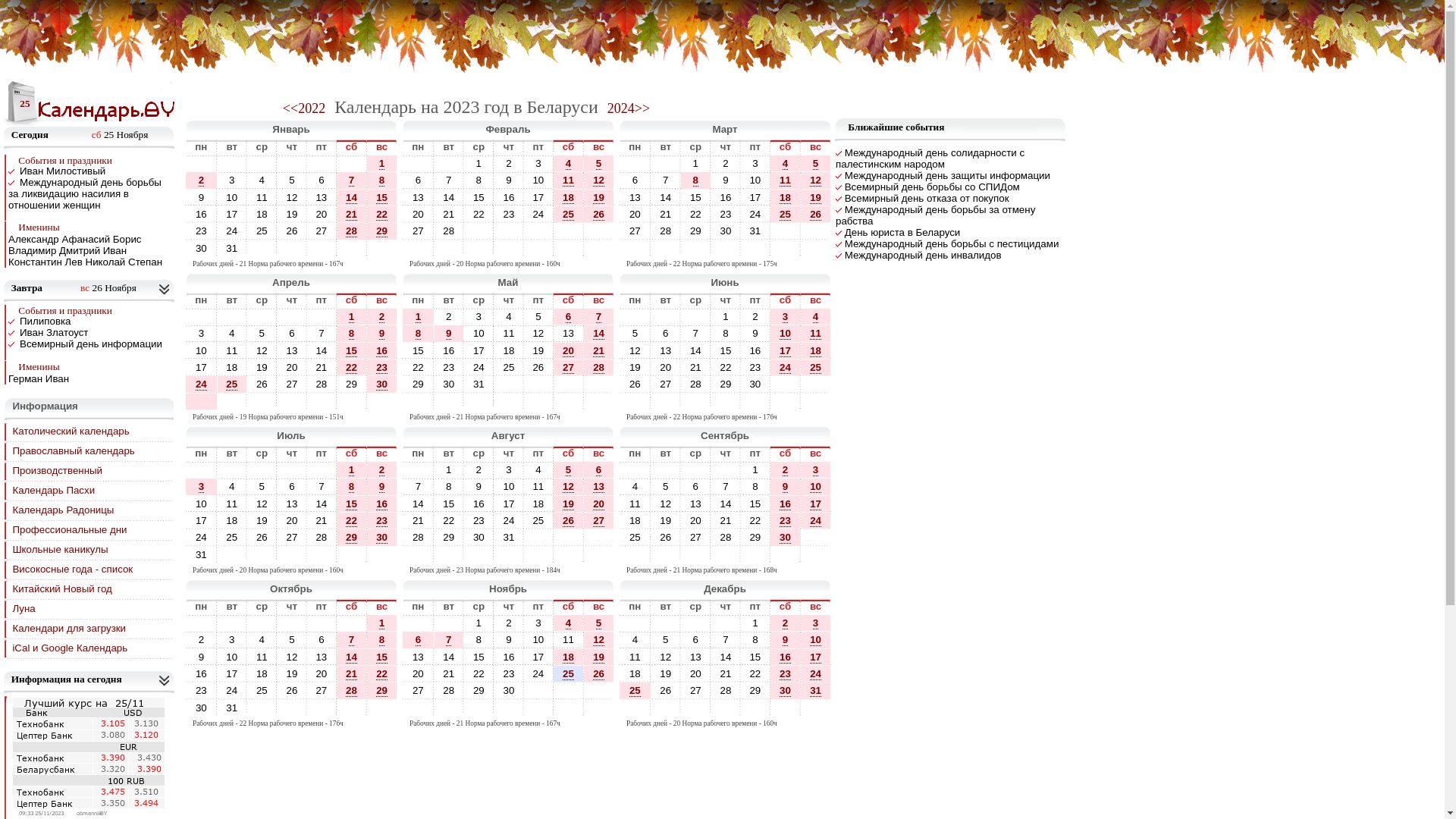  I want to click on '1', so click(381, 163).